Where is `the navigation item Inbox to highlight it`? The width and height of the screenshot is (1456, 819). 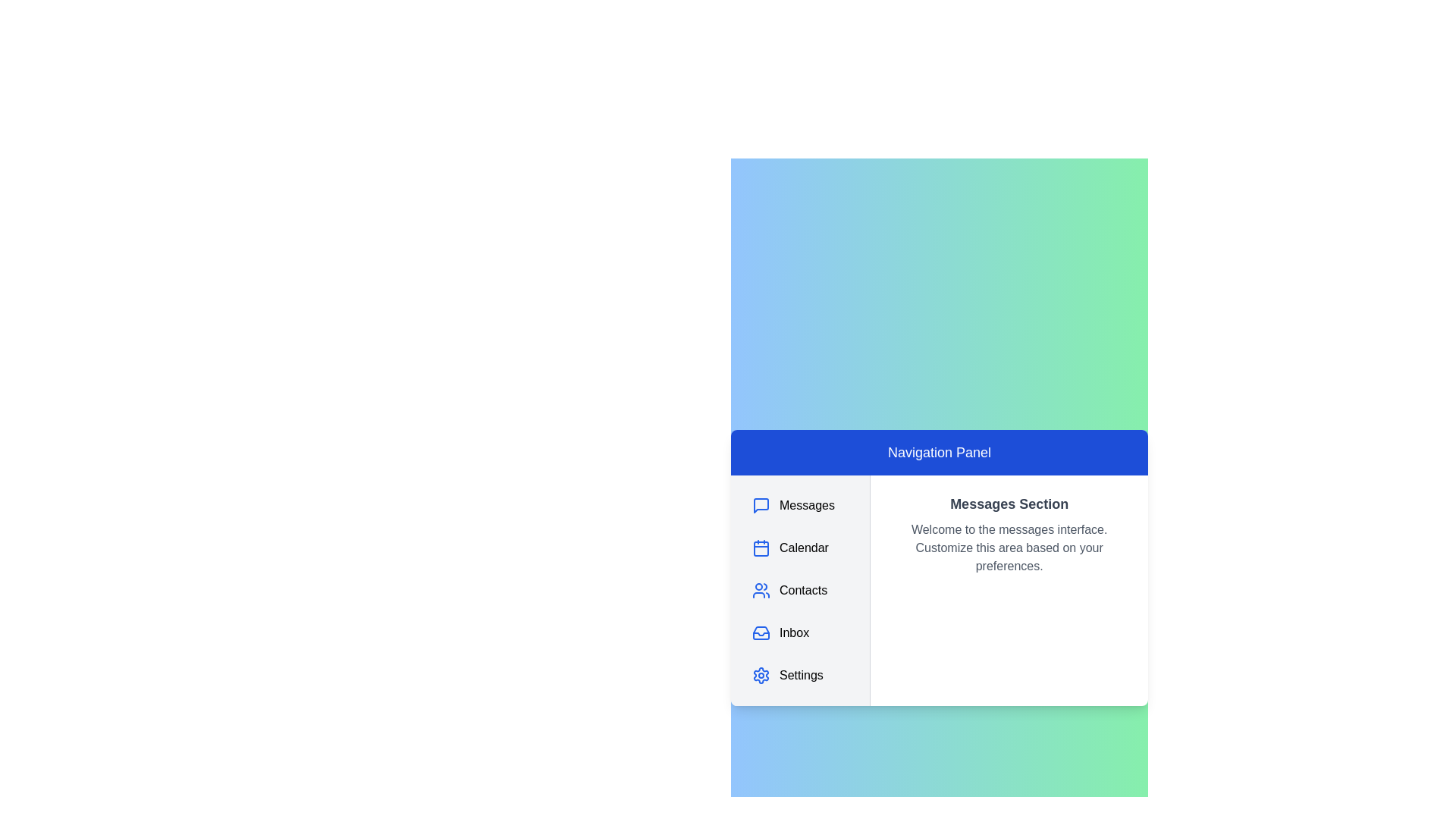
the navigation item Inbox to highlight it is located at coordinates (799, 632).